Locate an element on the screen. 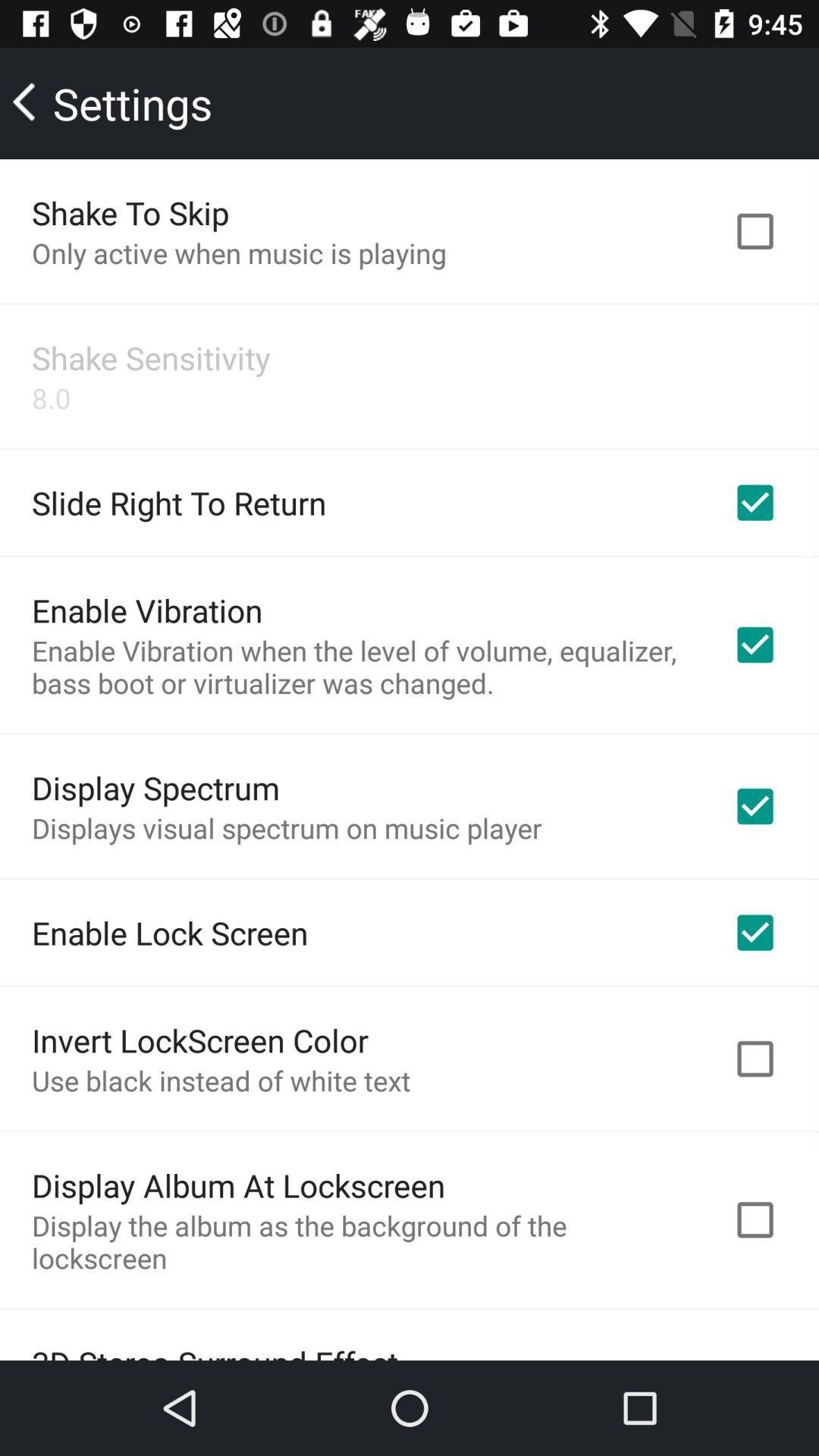 The width and height of the screenshot is (819, 1456). the item below the enable lock screen item is located at coordinates (199, 1039).